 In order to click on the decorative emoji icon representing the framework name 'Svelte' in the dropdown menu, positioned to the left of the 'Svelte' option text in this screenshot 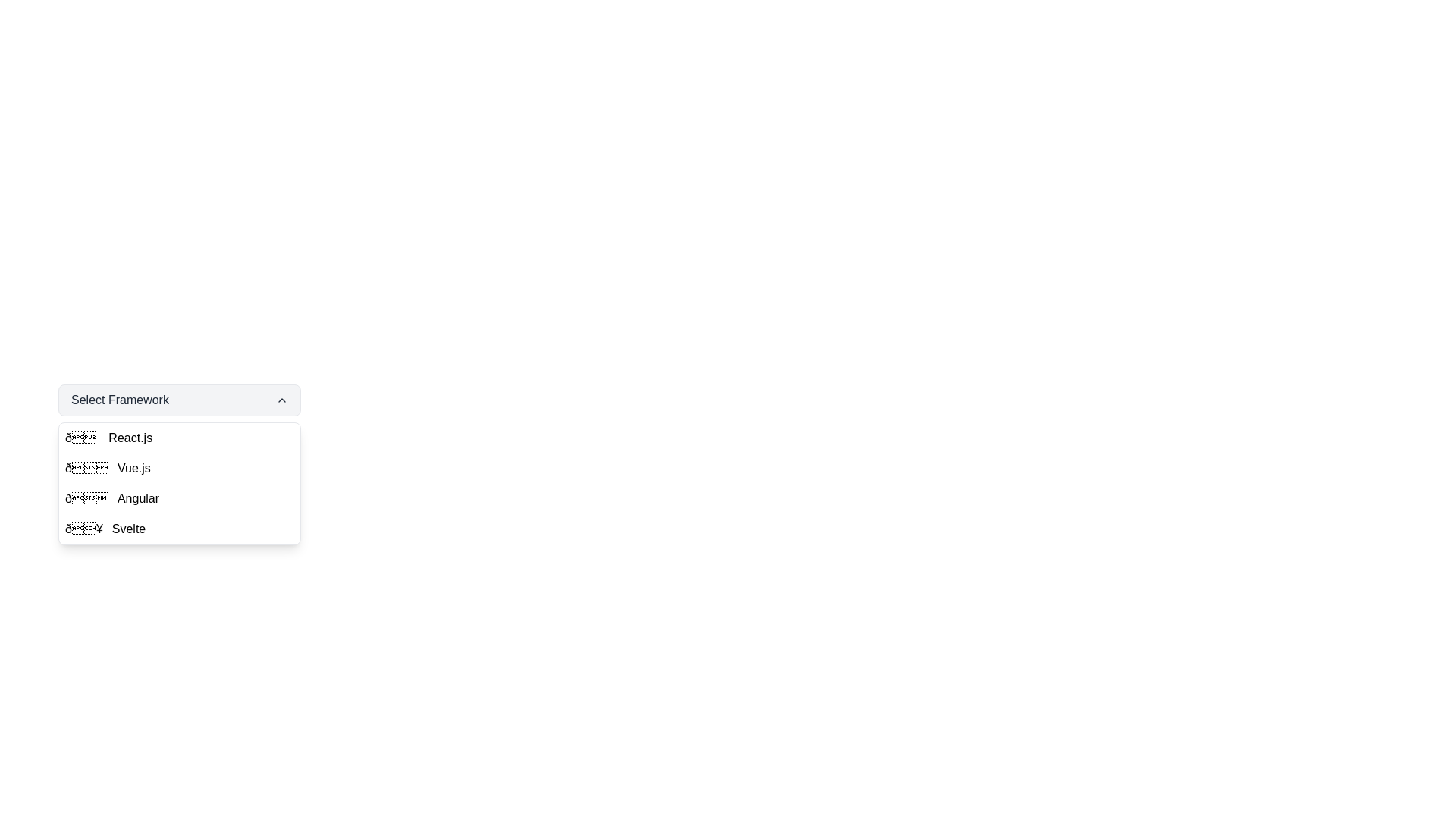, I will do `click(83, 529)`.